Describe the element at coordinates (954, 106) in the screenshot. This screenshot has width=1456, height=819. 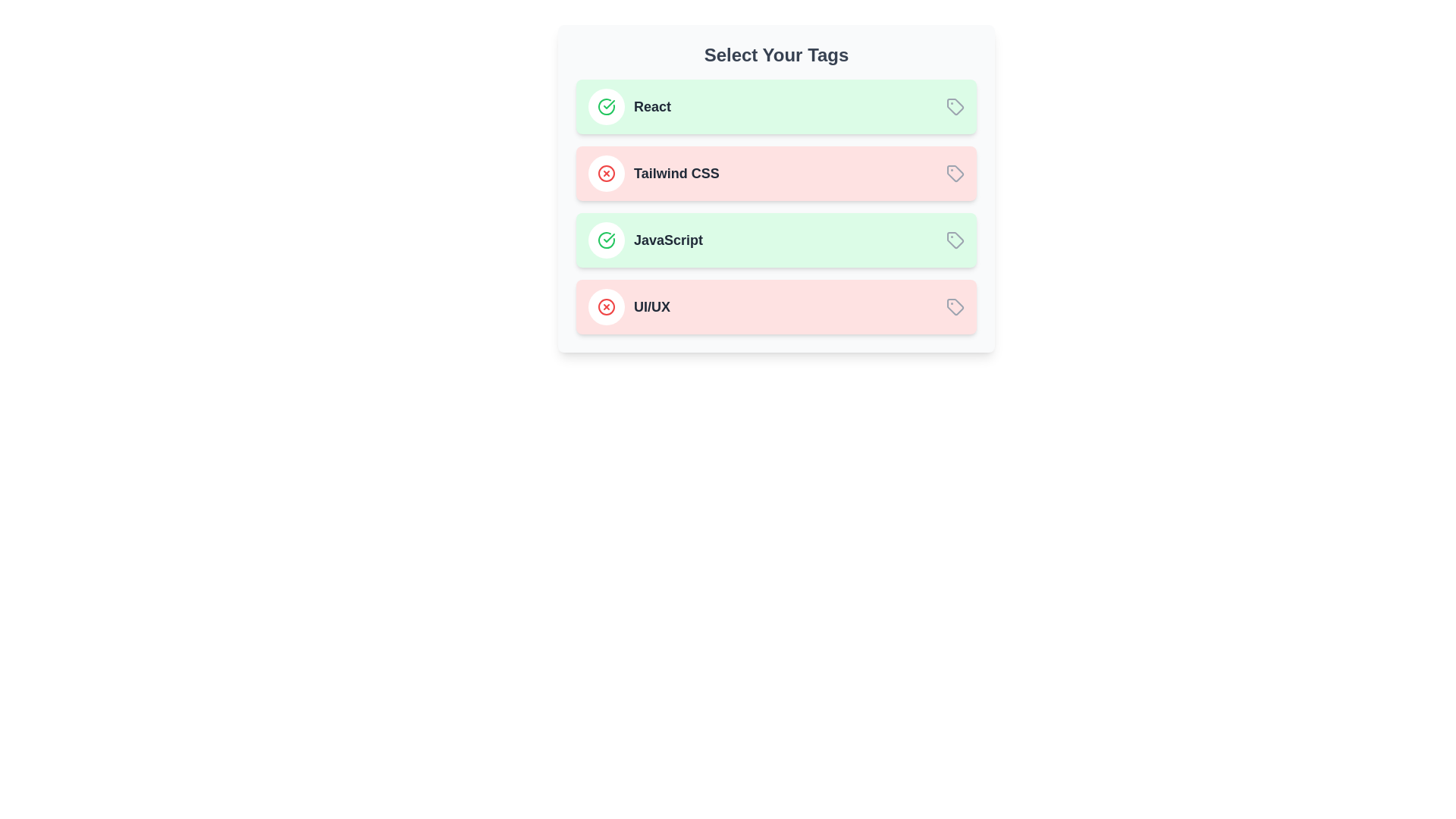
I see `the vector icon located to the right side of the 'React' option in the 'Select Your Tags' section` at that location.